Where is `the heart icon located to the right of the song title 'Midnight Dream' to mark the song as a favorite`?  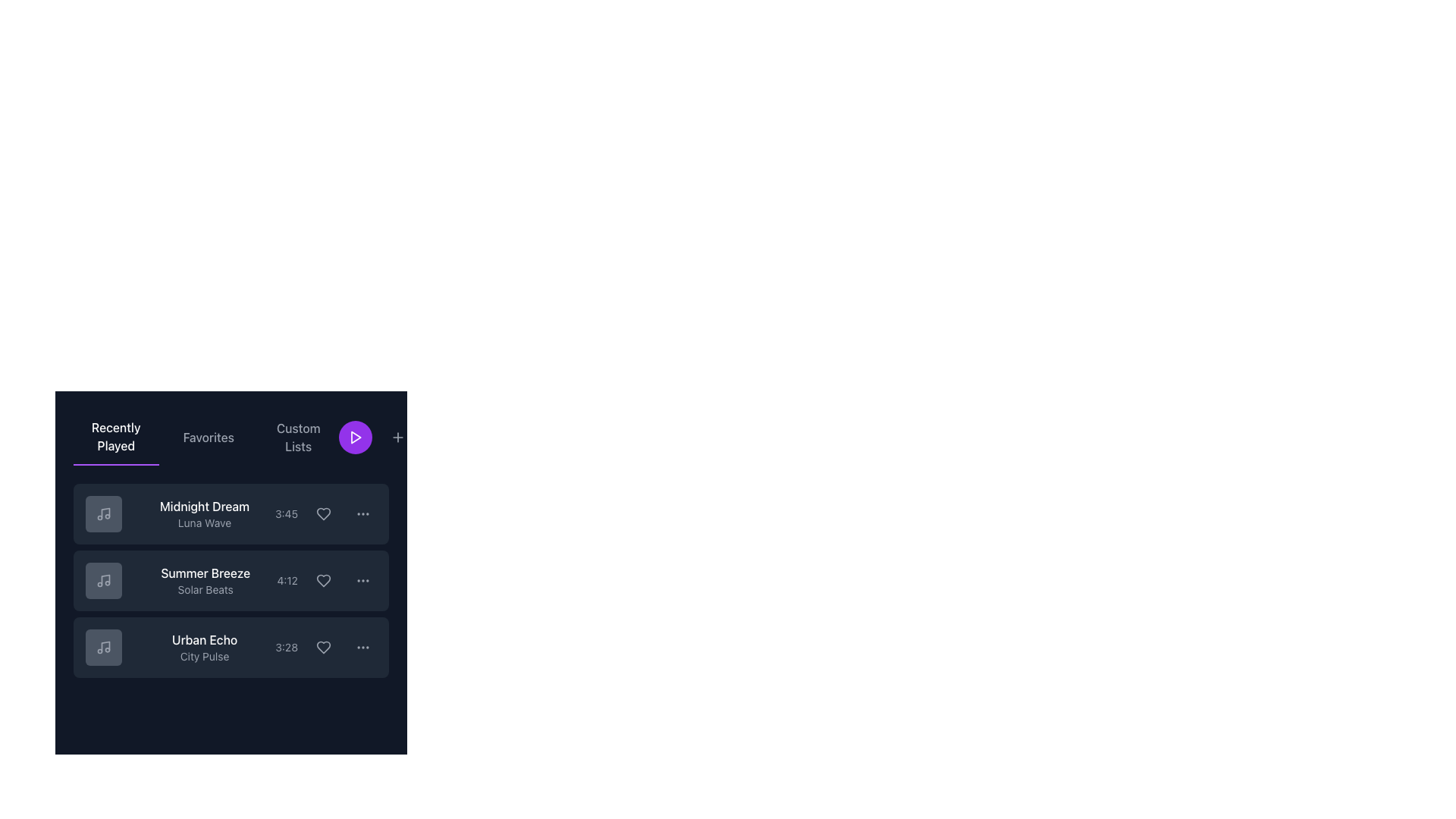
the heart icon located to the right of the song title 'Midnight Dream' to mark the song as a favorite is located at coordinates (323, 513).